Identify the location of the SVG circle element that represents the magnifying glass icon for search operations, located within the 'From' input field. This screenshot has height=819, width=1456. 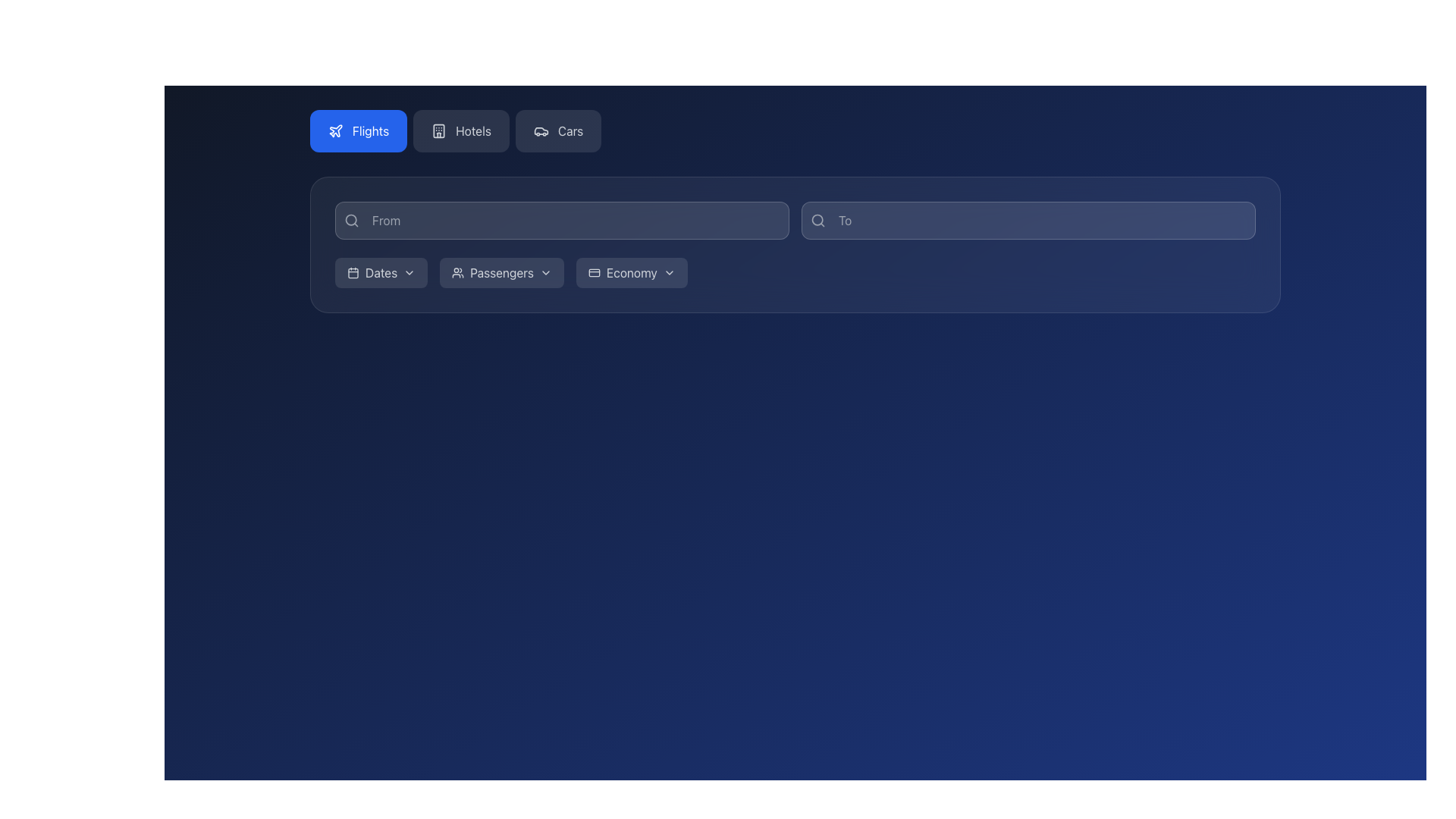
(350, 220).